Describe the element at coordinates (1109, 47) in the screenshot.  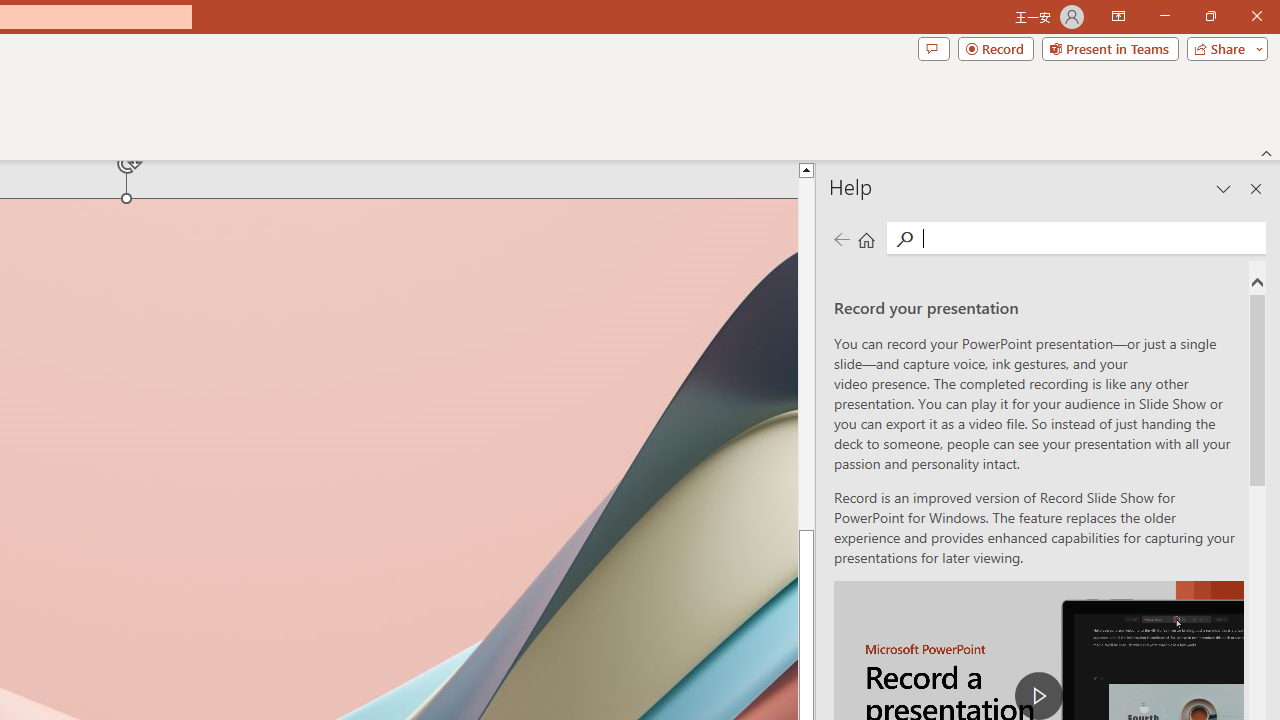
I see `'Present in Teams'` at that location.